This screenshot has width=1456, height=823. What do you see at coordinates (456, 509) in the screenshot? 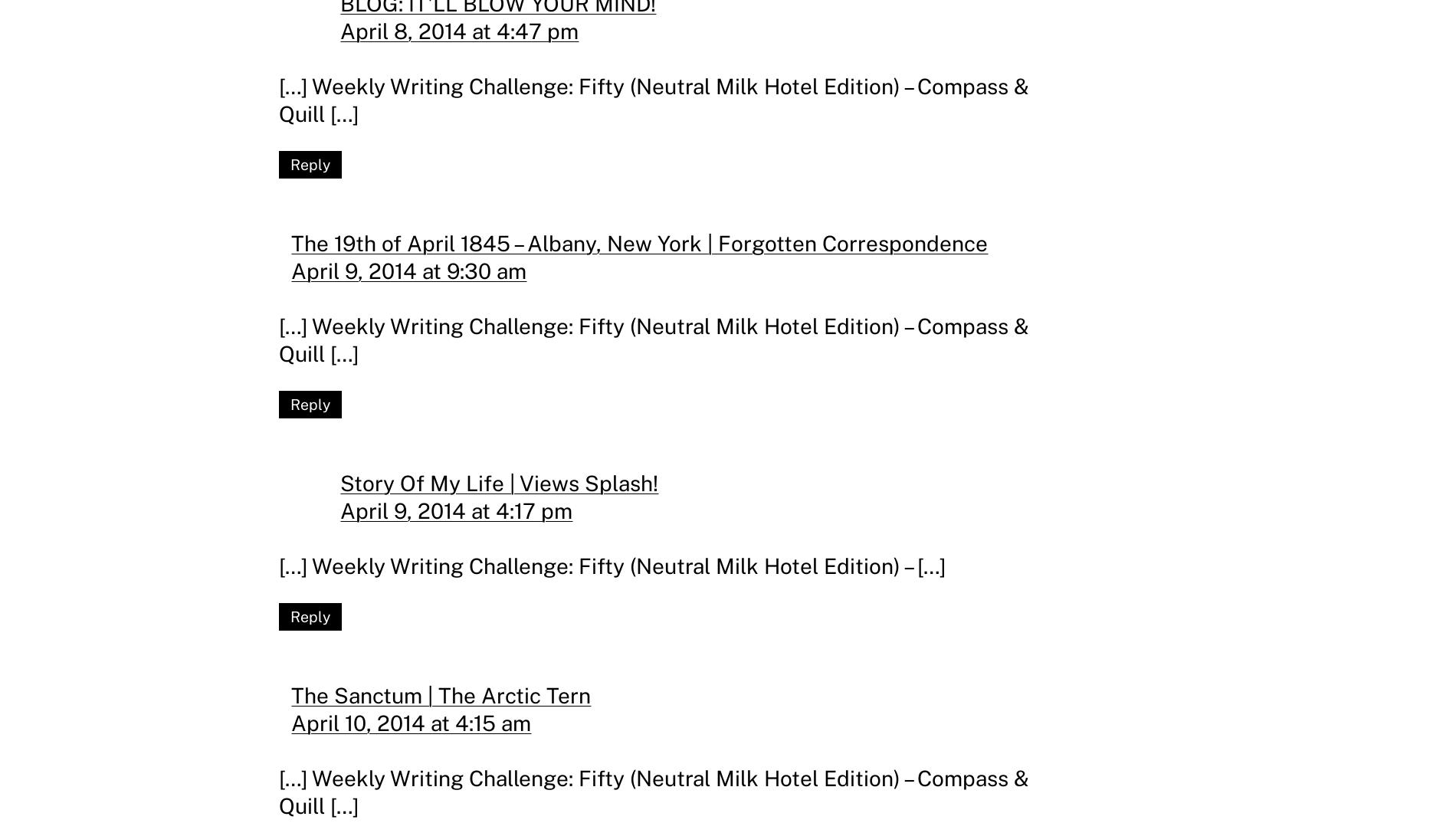
I see `'April 9, 2014 at 4:17 pm'` at bounding box center [456, 509].